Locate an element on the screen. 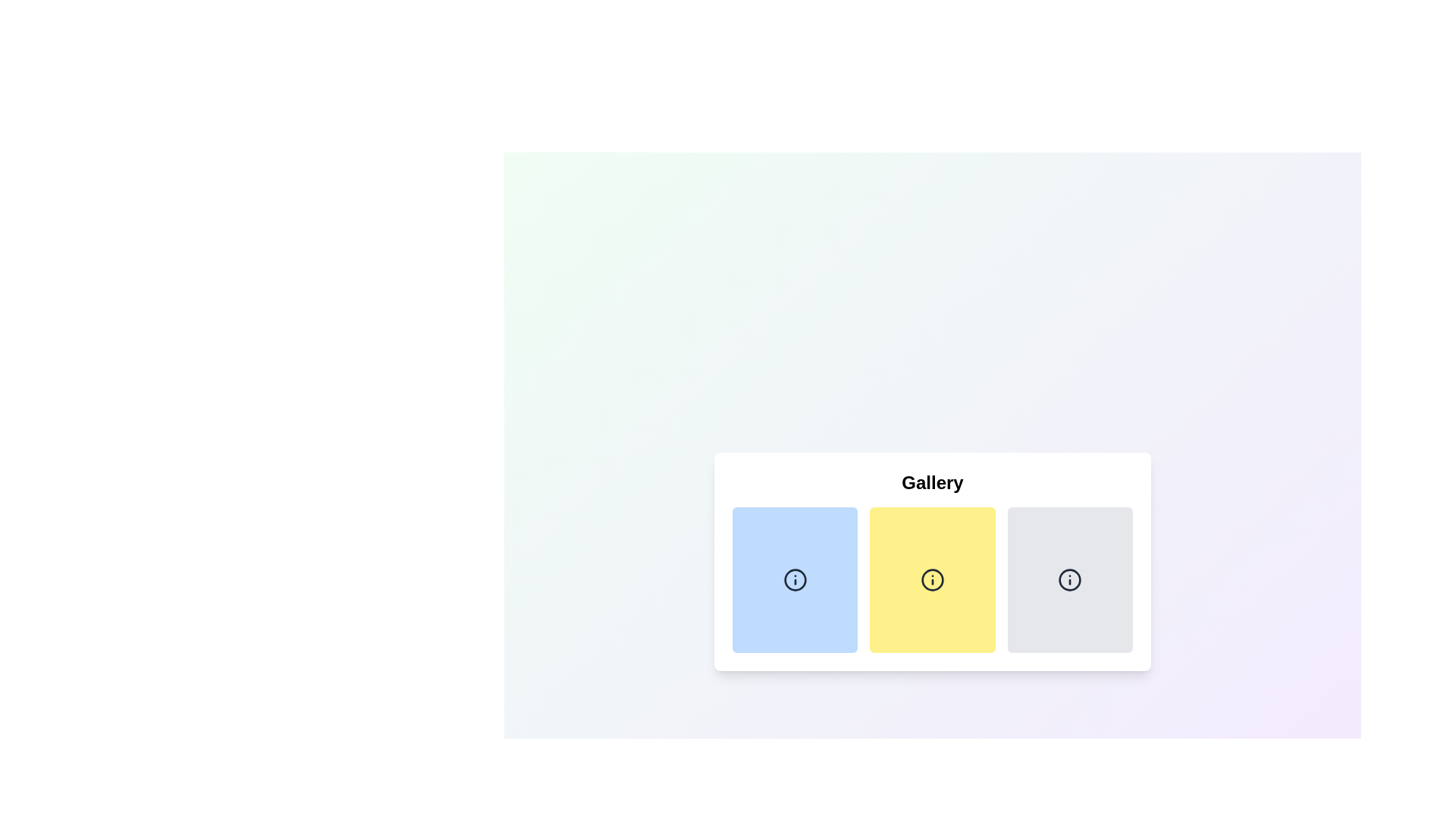  the information icon, which is a circular icon with a lowercase 'i' in gray, located in the third box of a horizontally aligned triplet is located at coordinates (1069, 579).